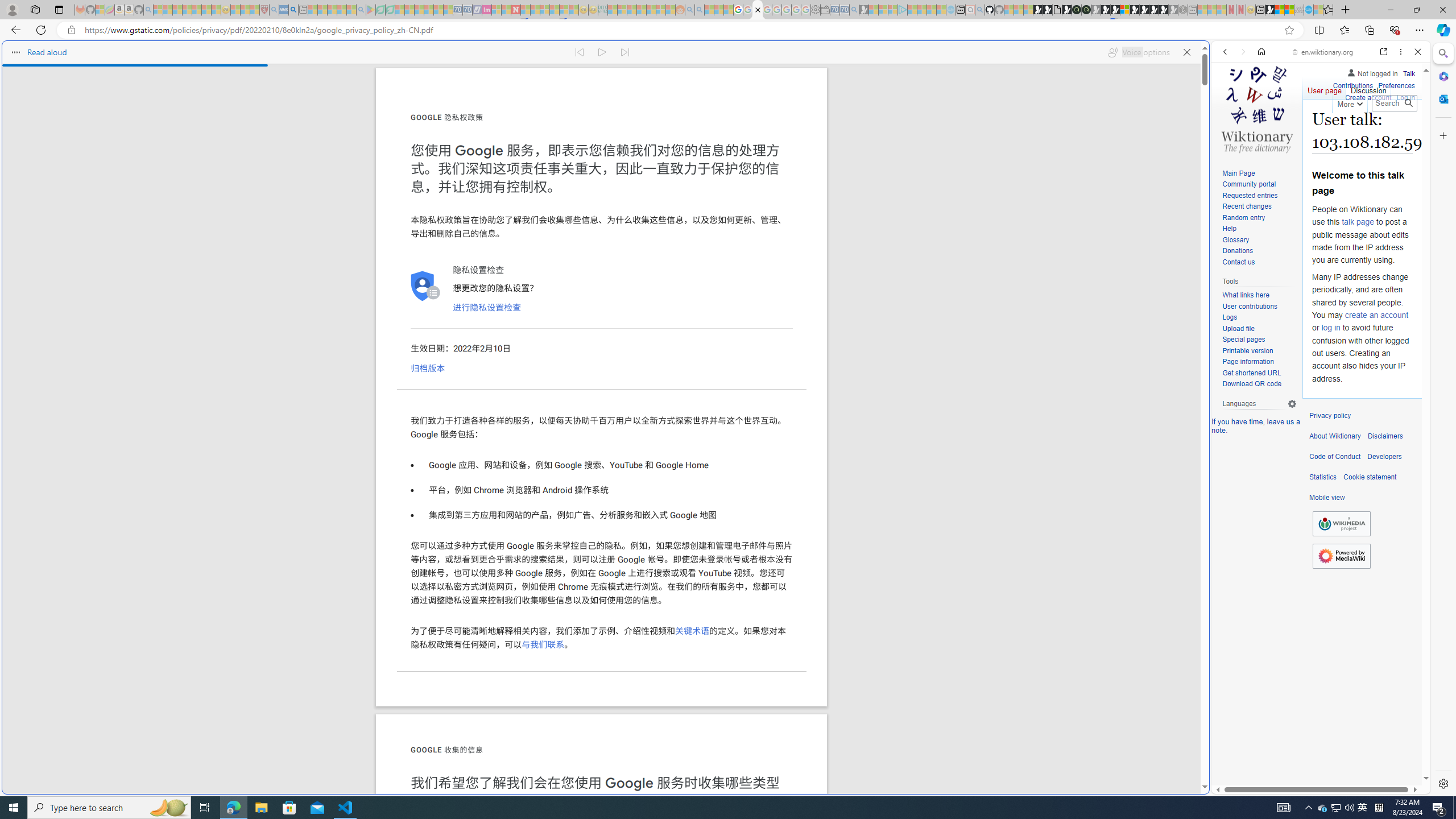 Image resolution: width=1456 pixels, height=819 pixels. What do you see at coordinates (255, 9) in the screenshot?
I see `'Local - MSN - Sleeping'` at bounding box center [255, 9].